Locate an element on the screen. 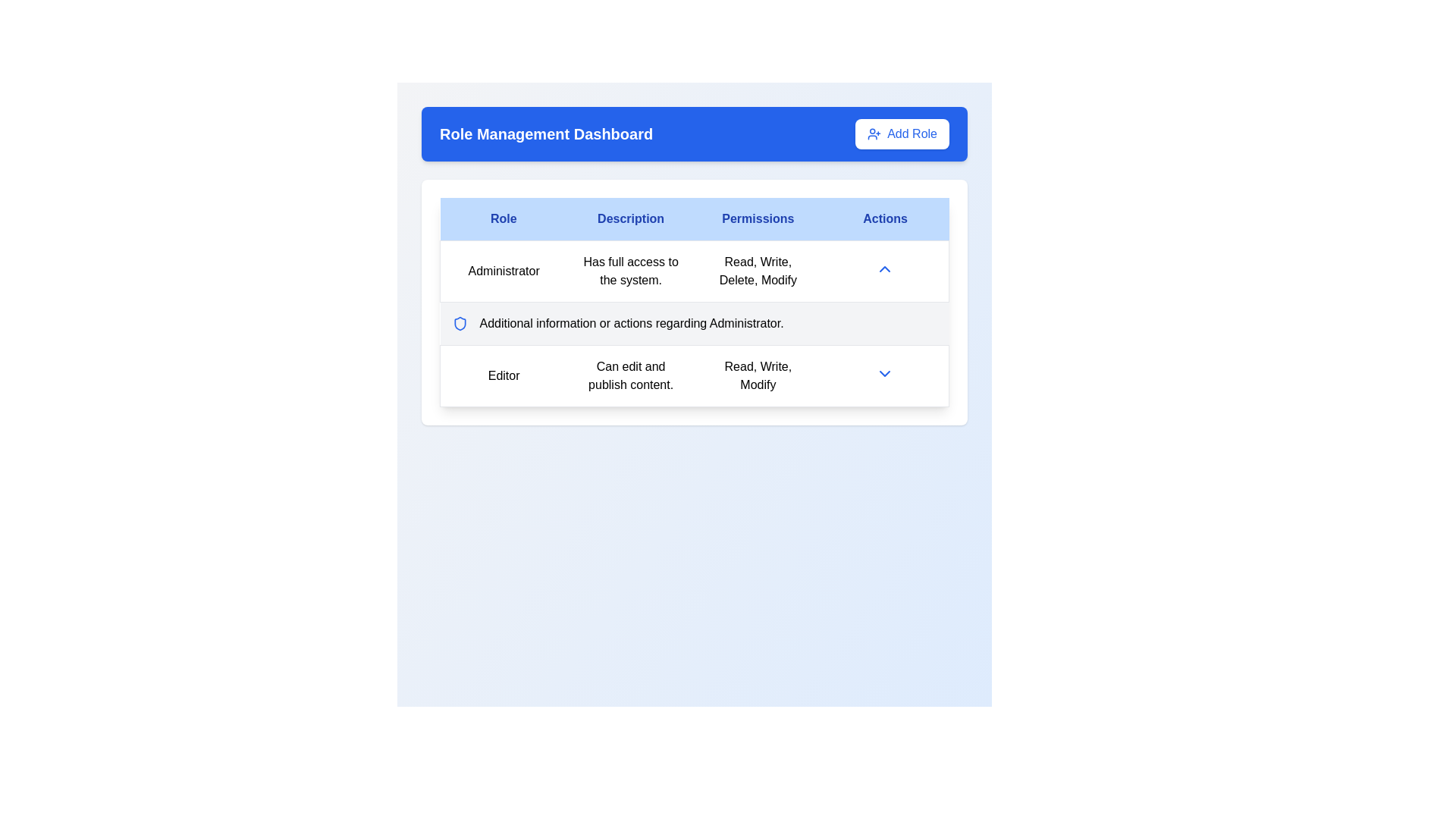 This screenshot has height=819, width=1456. the descriptive text that contains the text 'Additional information or actions regarding Administrator.', which is centrally positioned below the 'Administrator' label is located at coordinates (632, 323).